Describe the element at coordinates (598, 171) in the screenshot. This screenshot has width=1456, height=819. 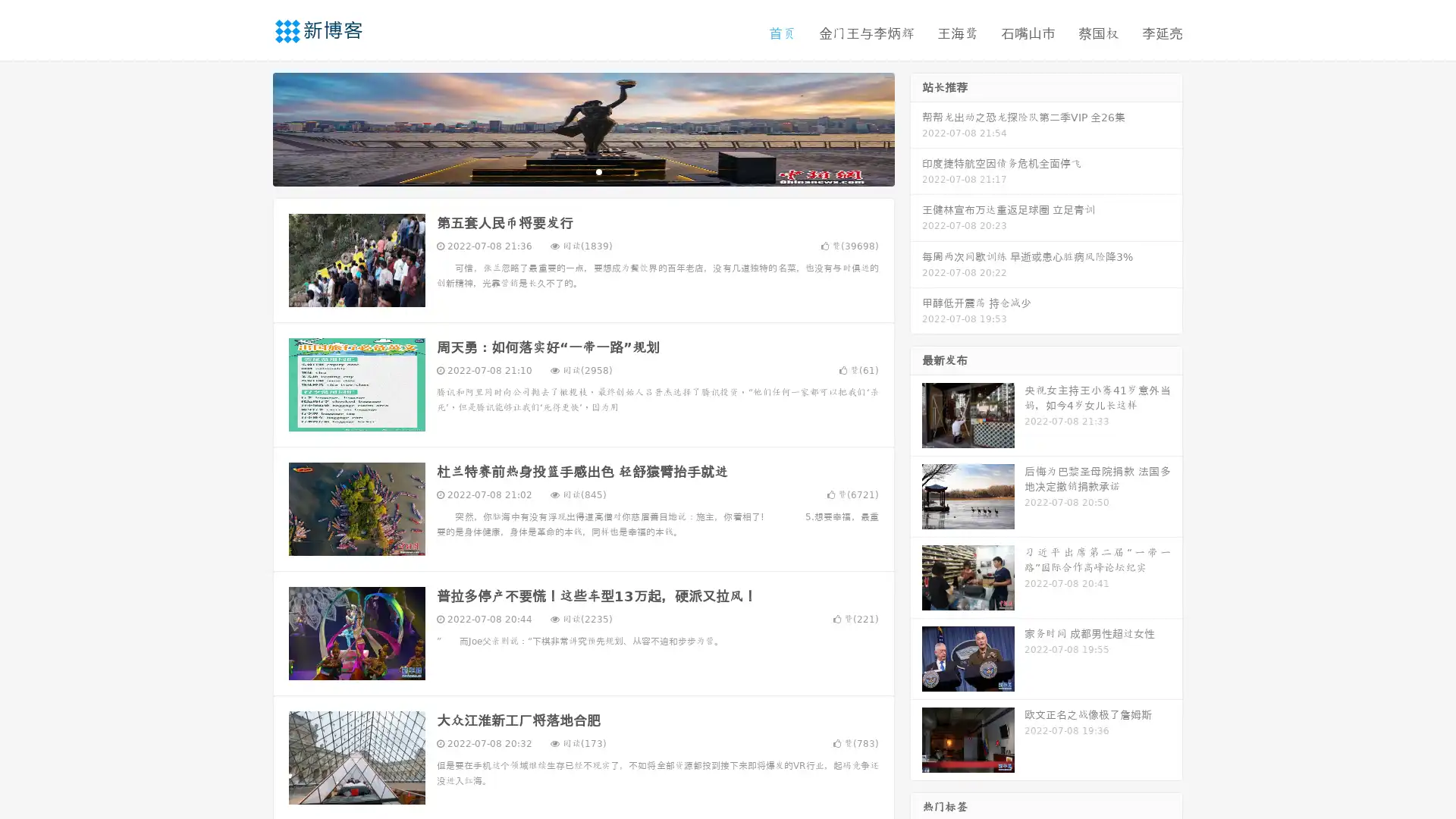
I see `Go to slide 3` at that location.